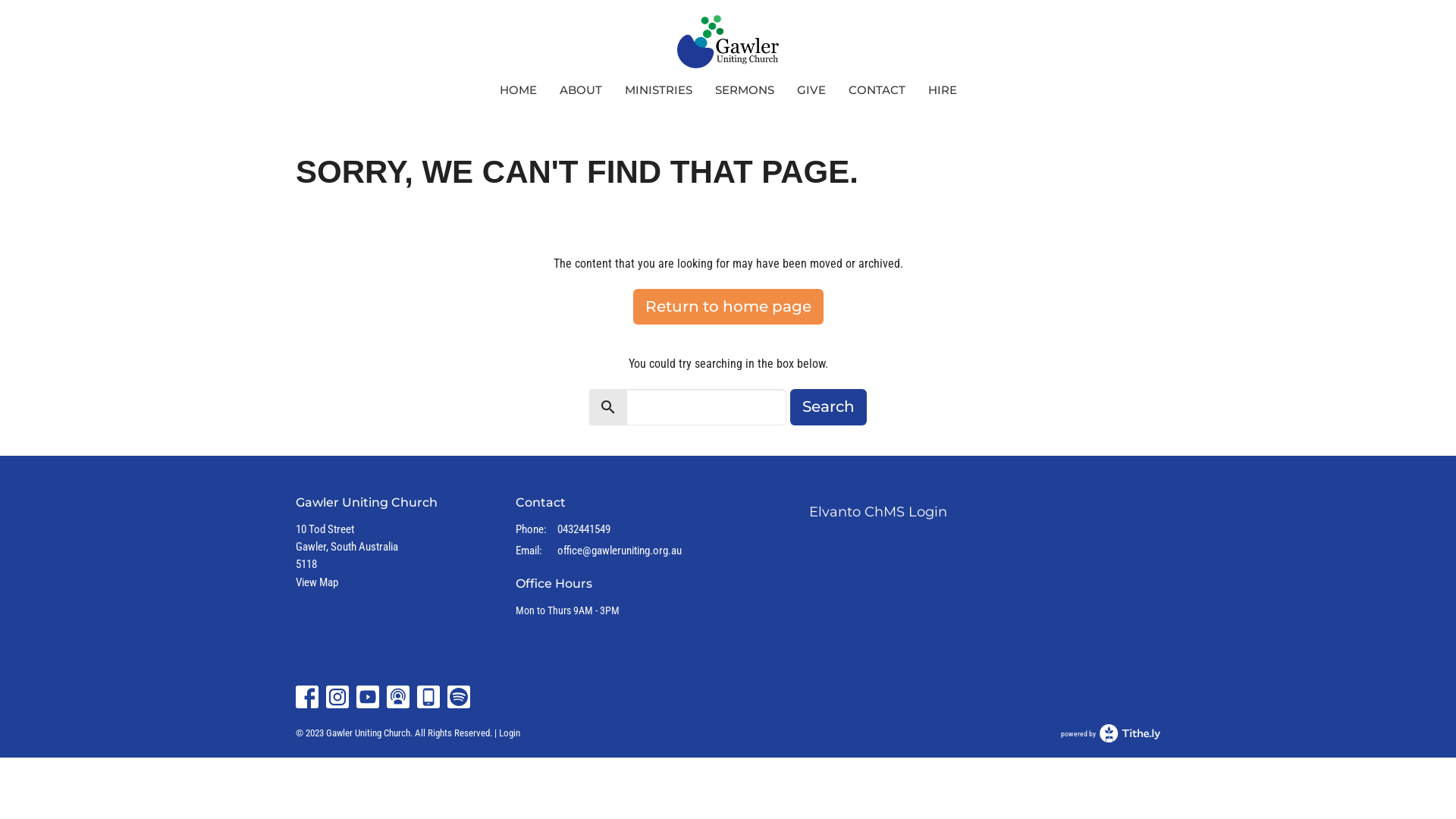 This screenshot has height=819, width=1456. Describe the element at coordinates (942, 89) in the screenshot. I see `'HIRE'` at that location.